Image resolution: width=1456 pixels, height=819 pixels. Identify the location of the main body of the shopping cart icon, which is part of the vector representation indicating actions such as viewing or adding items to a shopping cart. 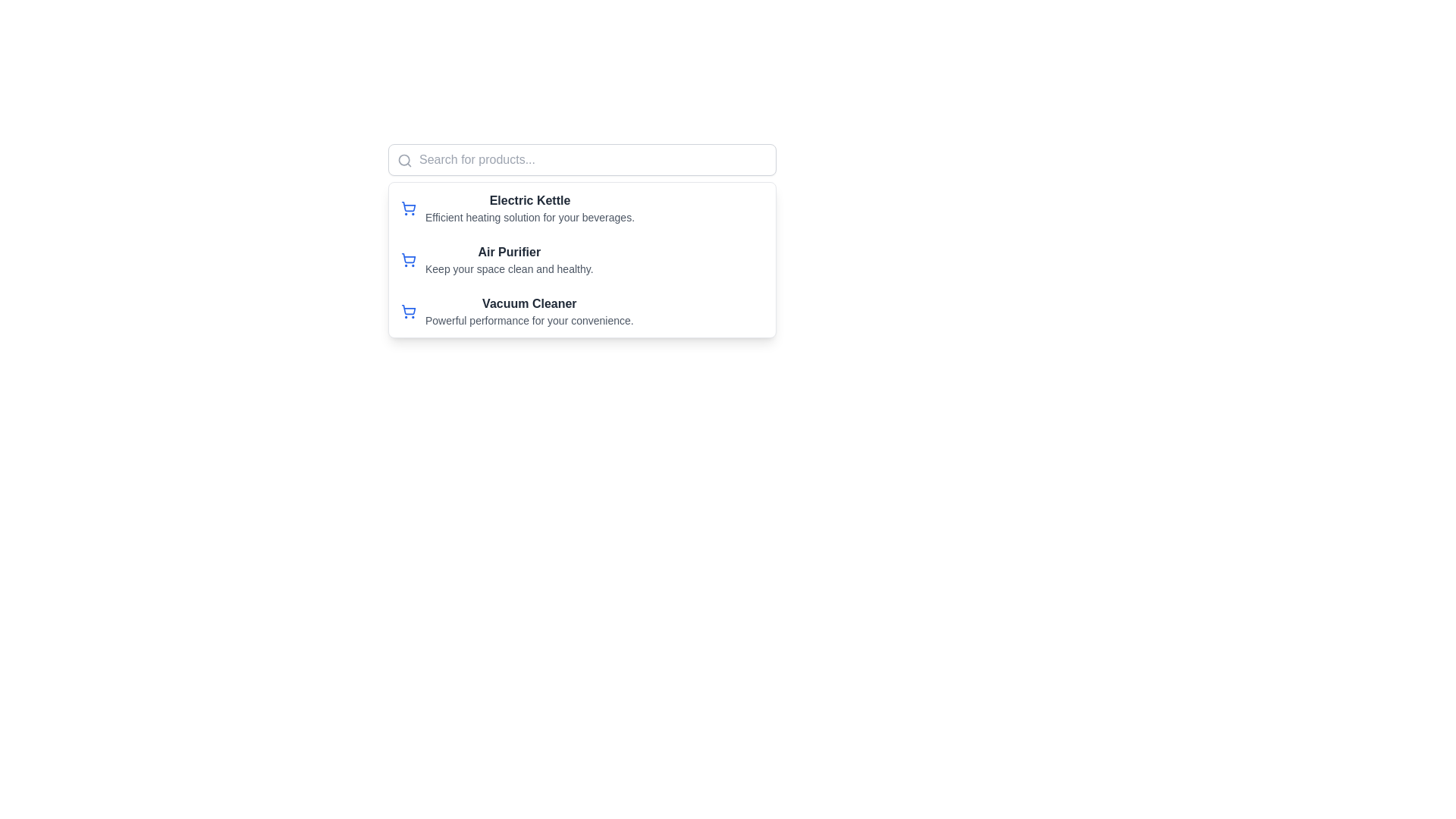
(409, 206).